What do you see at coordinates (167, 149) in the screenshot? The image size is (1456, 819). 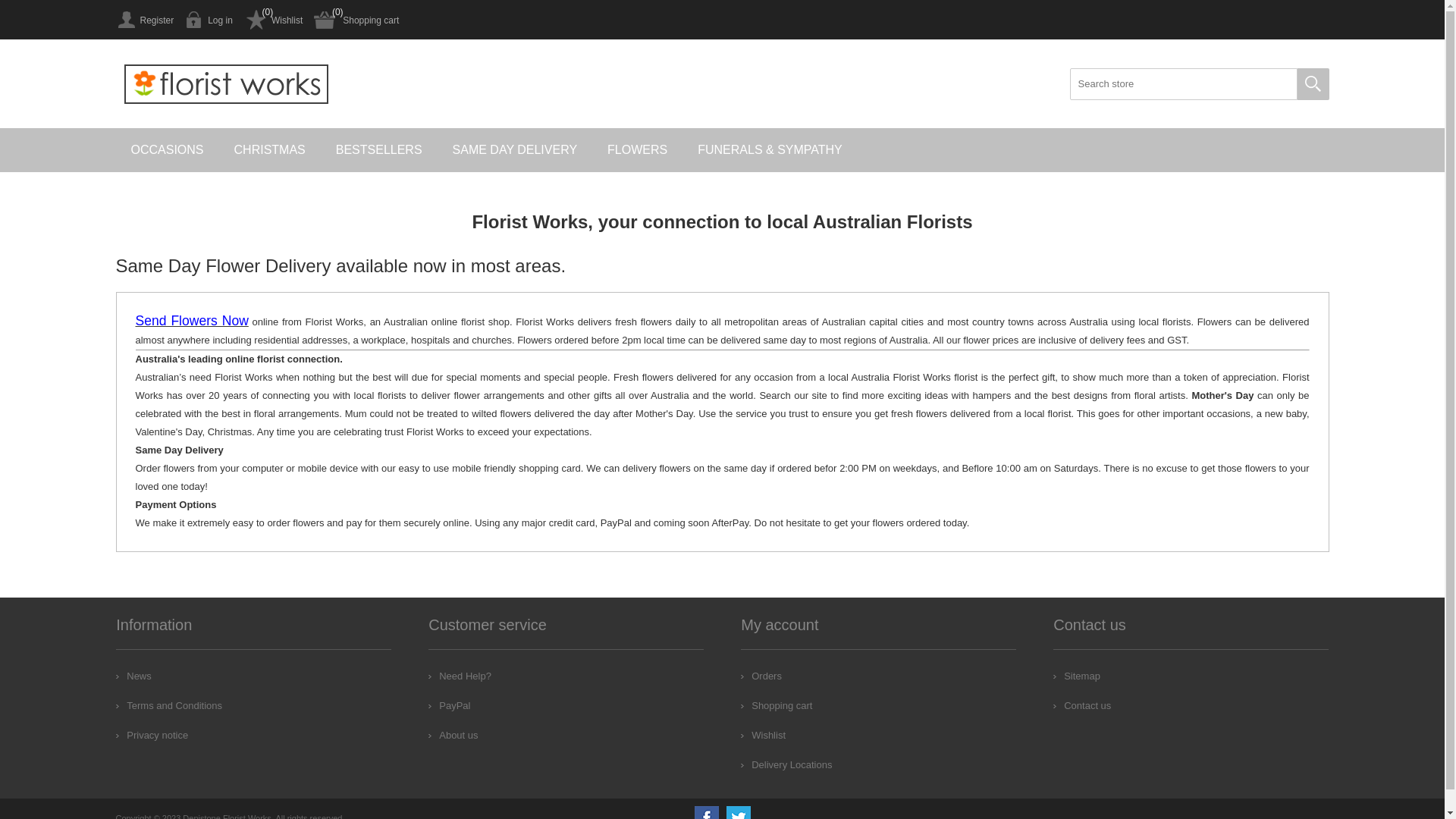 I see `'OCCASIONS'` at bounding box center [167, 149].